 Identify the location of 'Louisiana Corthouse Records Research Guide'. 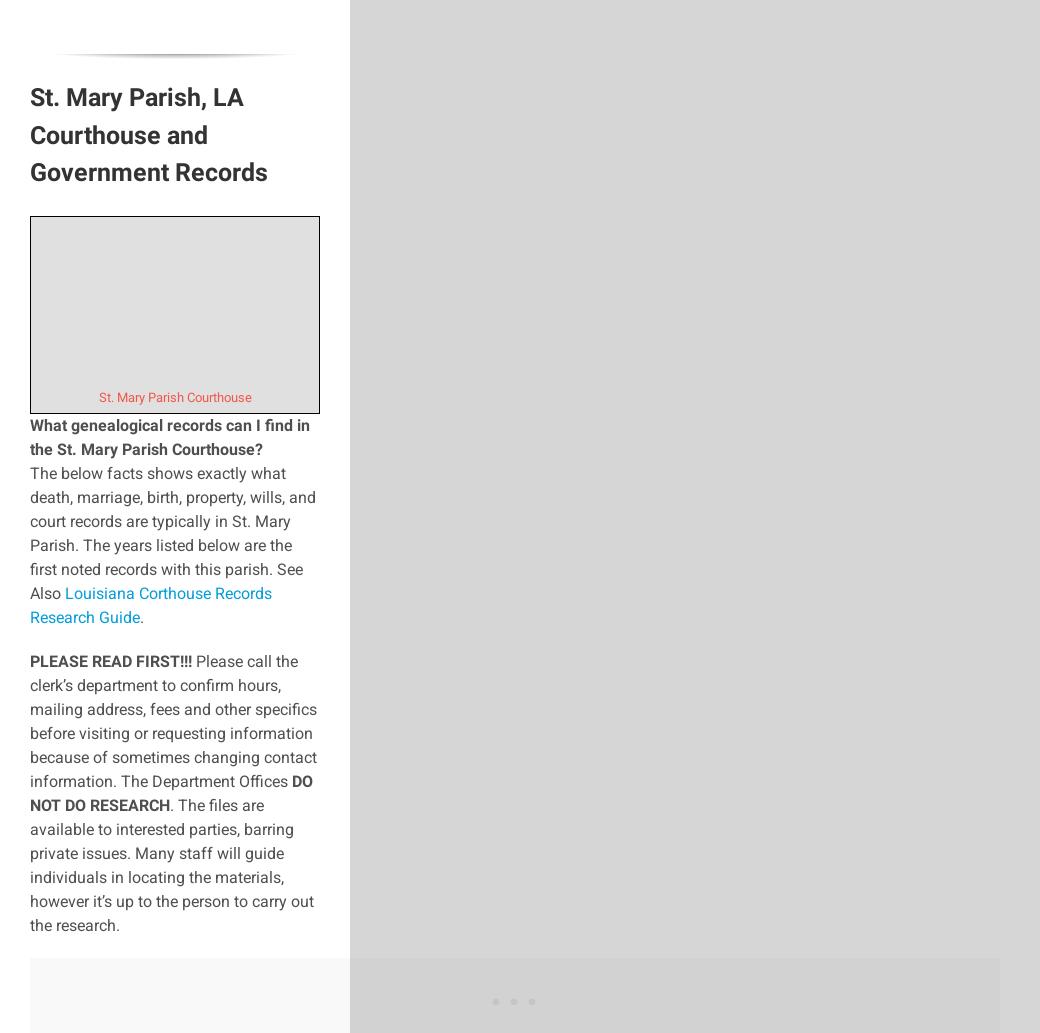
(151, 603).